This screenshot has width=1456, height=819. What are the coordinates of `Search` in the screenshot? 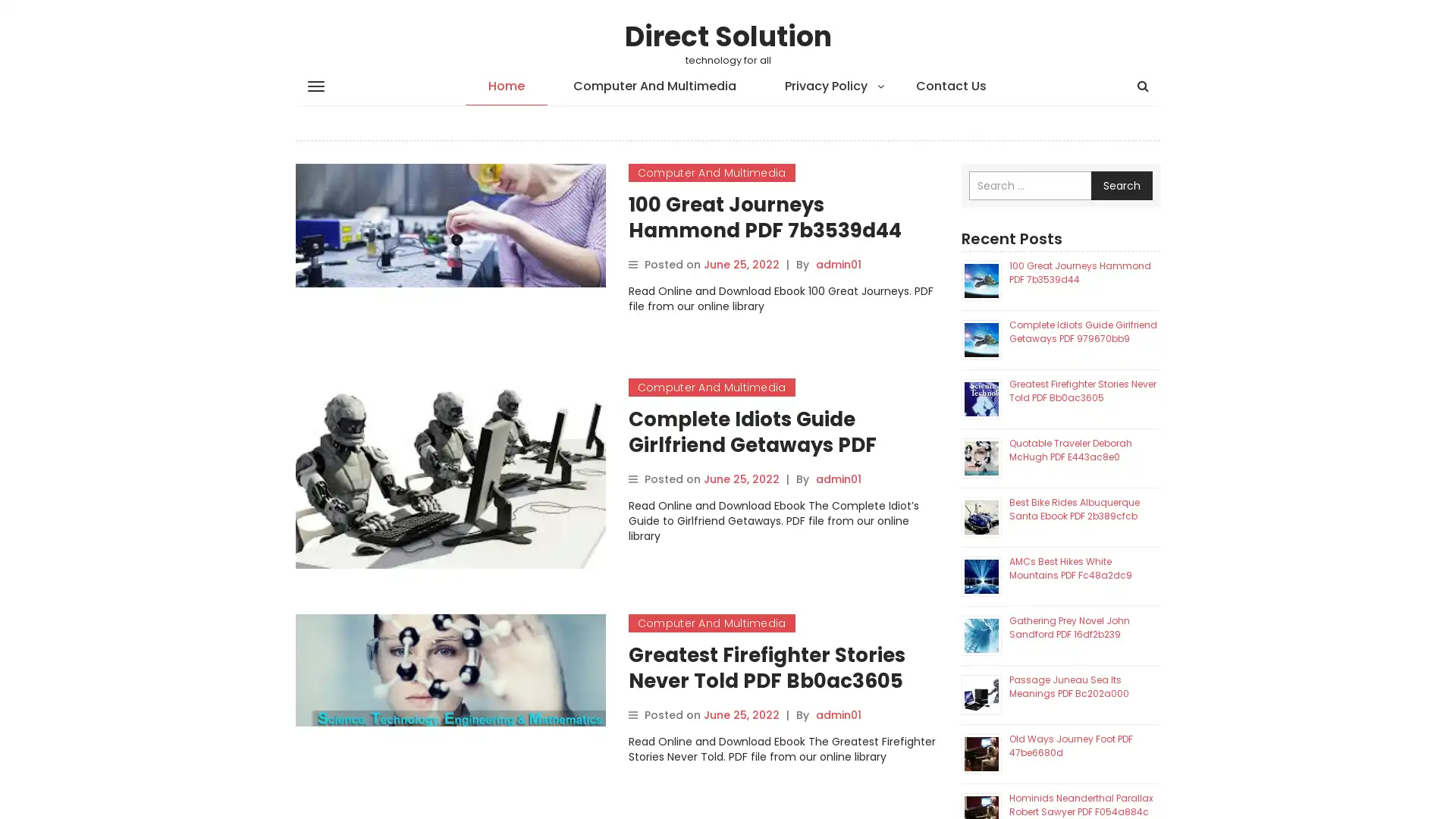 It's located at (1122, 185).